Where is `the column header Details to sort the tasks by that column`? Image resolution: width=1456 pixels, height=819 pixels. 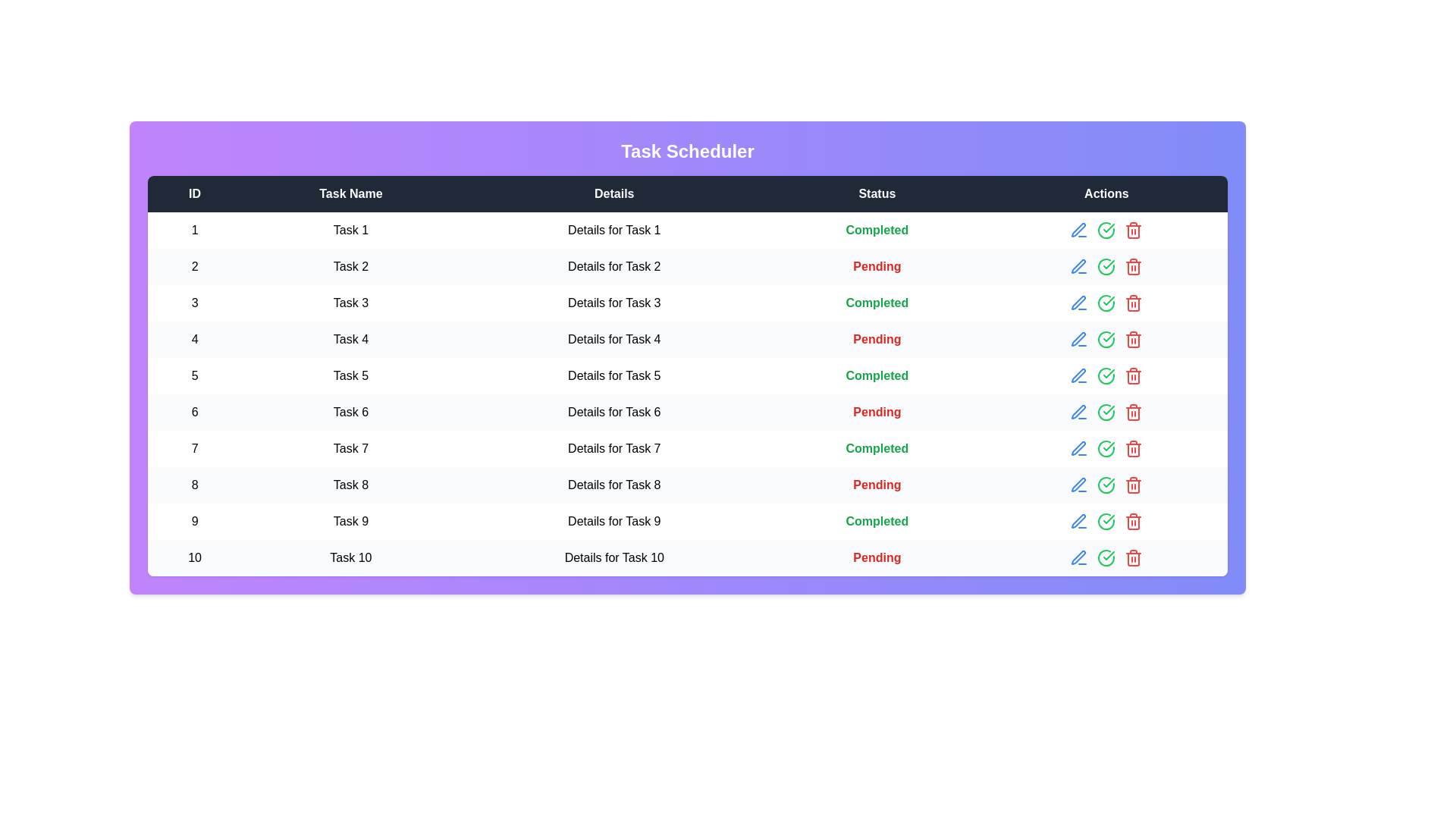
the column header Details to sort the tasks by that column is located at coordinates (614, 193).